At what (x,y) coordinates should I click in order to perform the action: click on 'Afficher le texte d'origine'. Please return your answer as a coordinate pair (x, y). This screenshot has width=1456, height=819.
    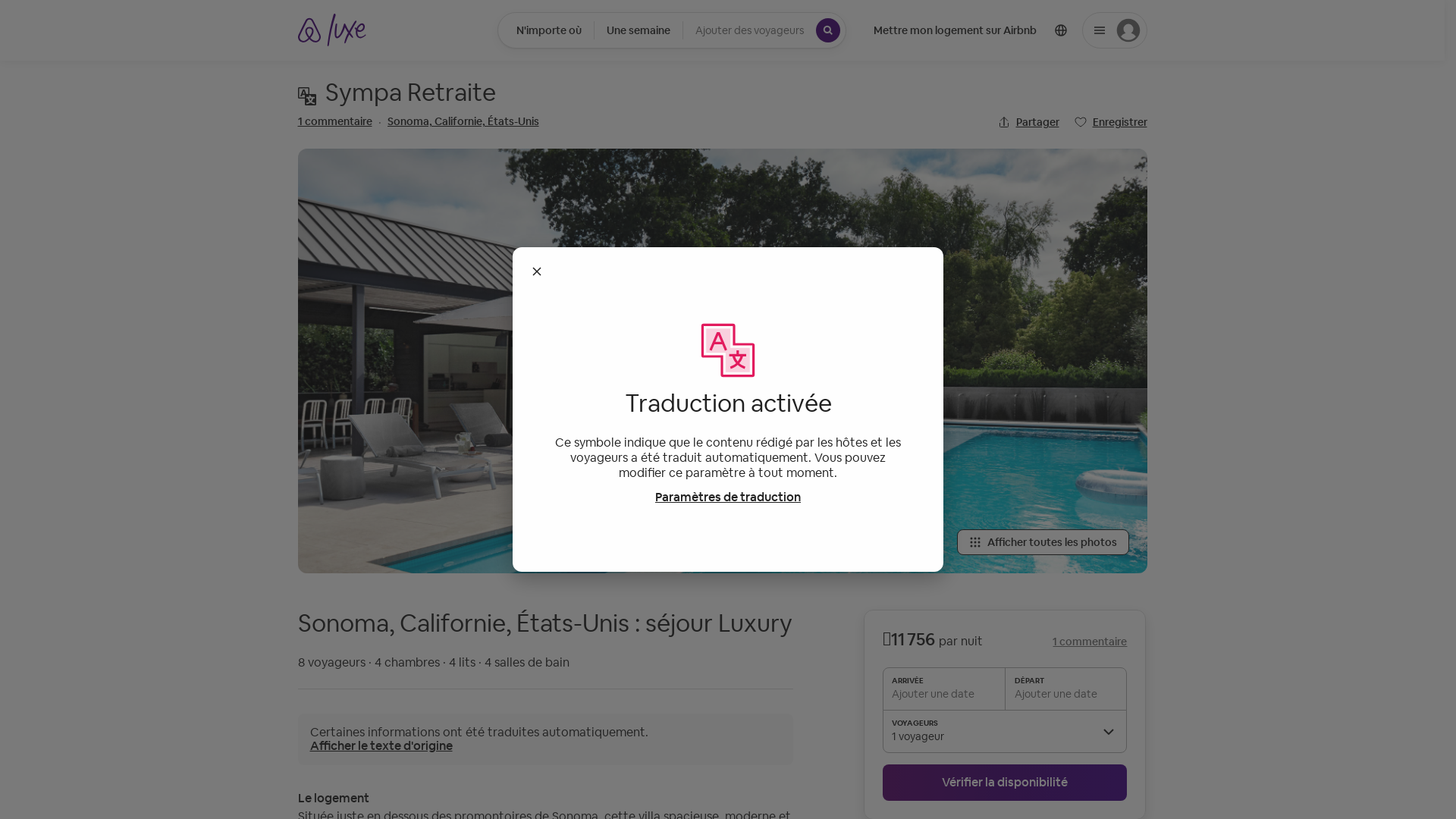
    Looking at the image, I should click on (381, 745).